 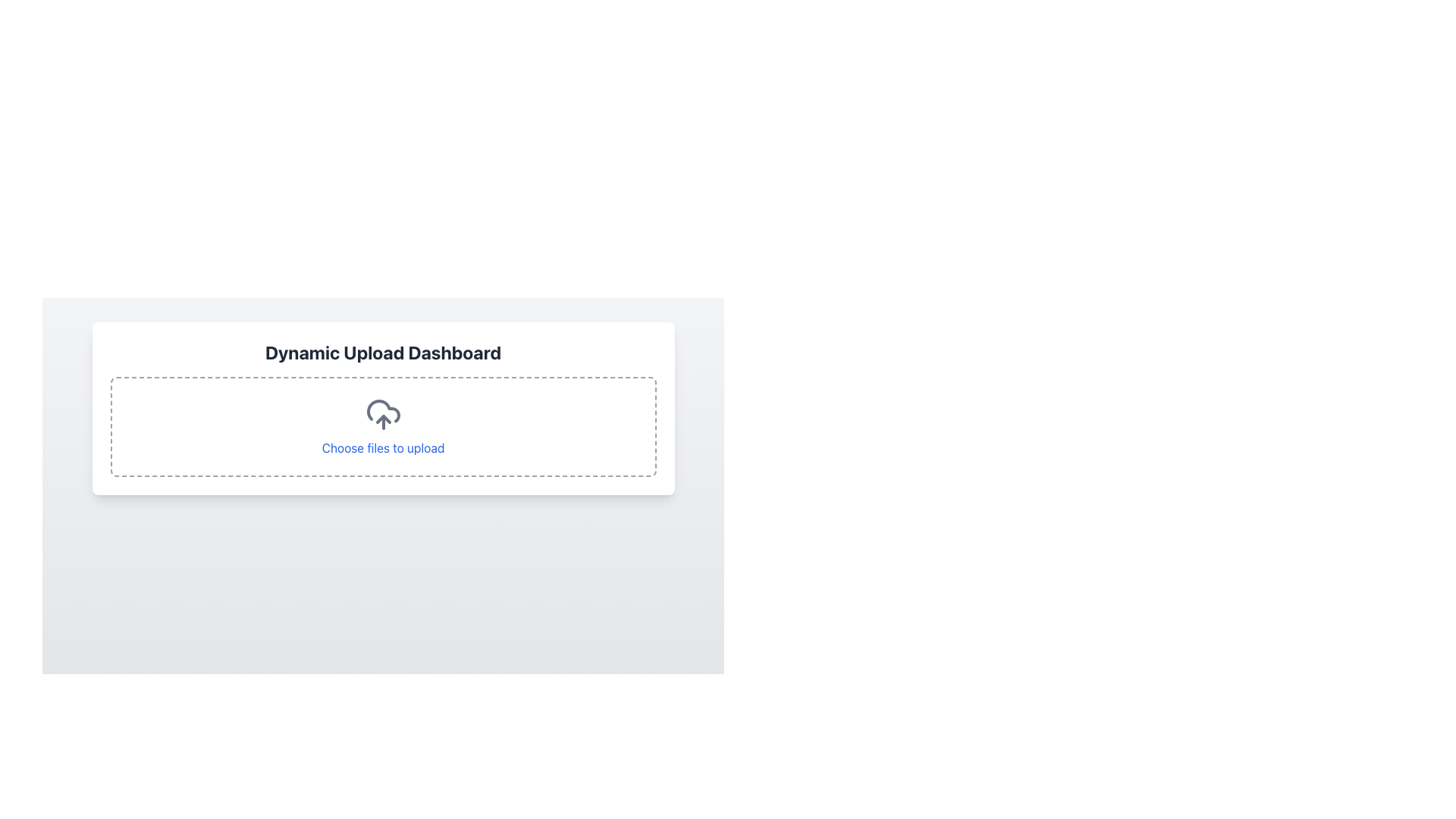 What do you see at coordinates (383, 419) in the screenshot?
I see `the upward-pointing arrow icon within the cloud-upload illustration, located at the bottom-center of the cloud in the Dynamic Upload Dashboard` at bounding box center [383, 419].